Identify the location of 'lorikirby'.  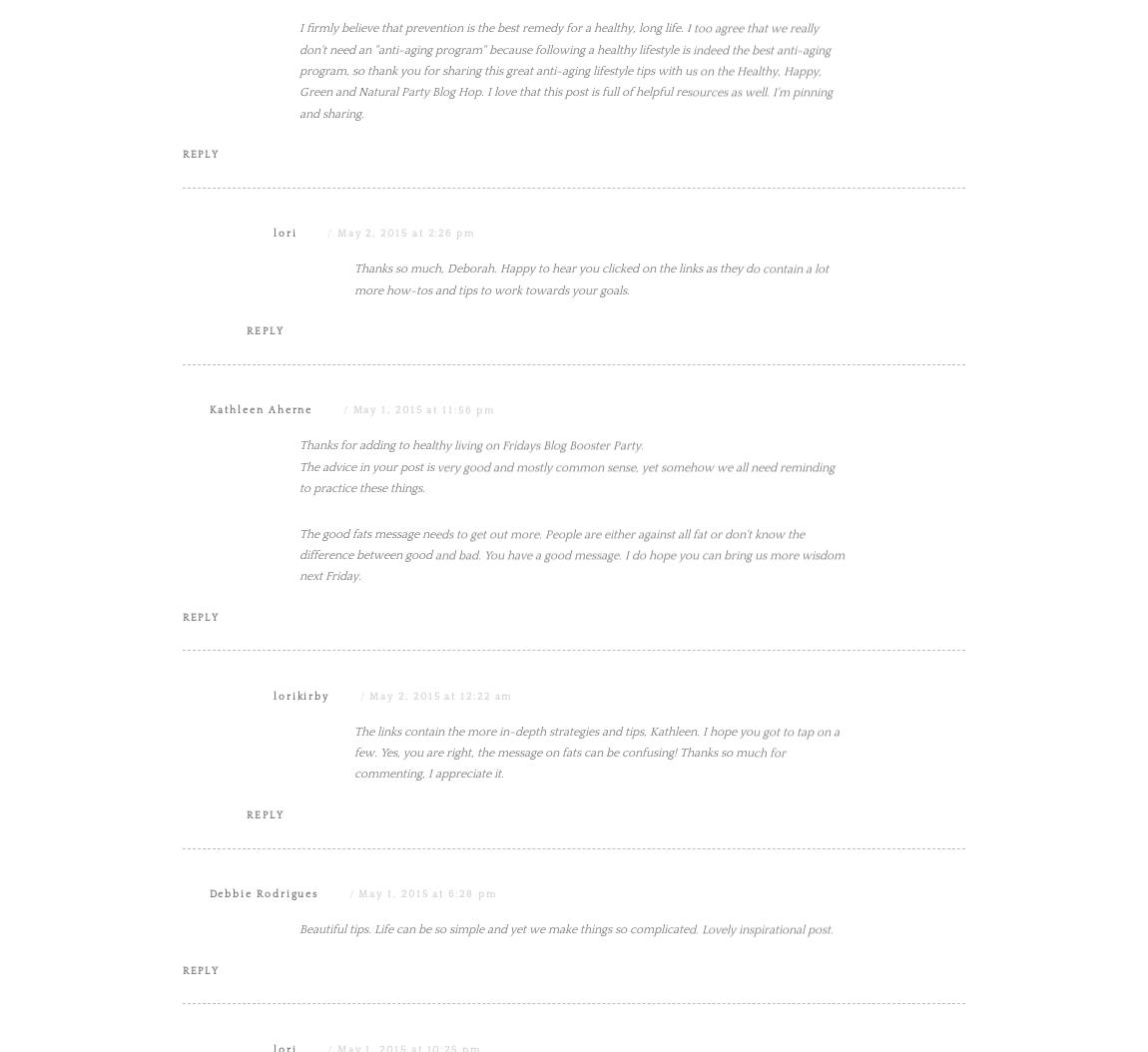
(300, 895).